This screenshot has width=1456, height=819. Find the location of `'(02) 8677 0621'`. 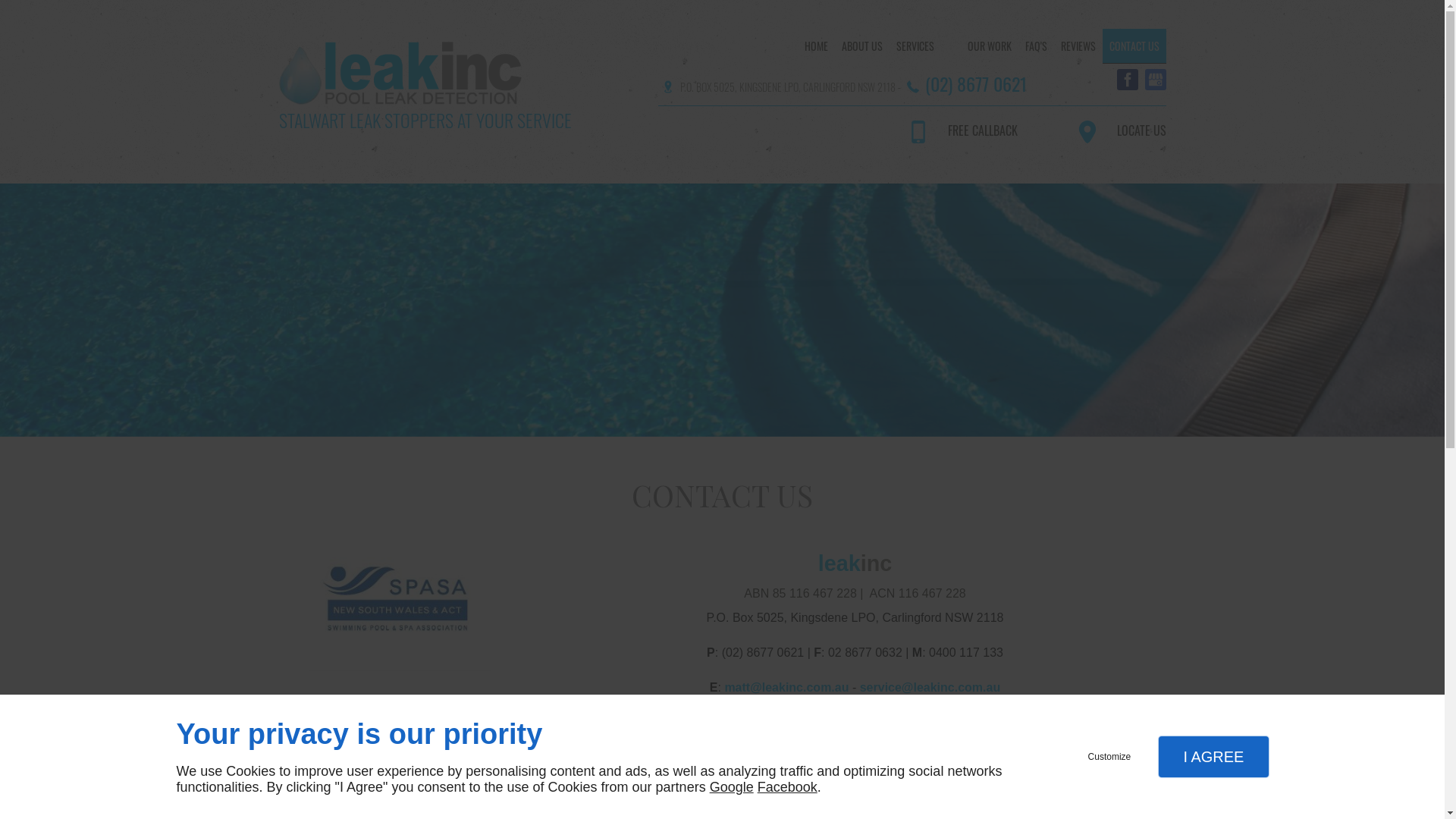

'(02) 8677 0621' is located at coordinates (976, 83).